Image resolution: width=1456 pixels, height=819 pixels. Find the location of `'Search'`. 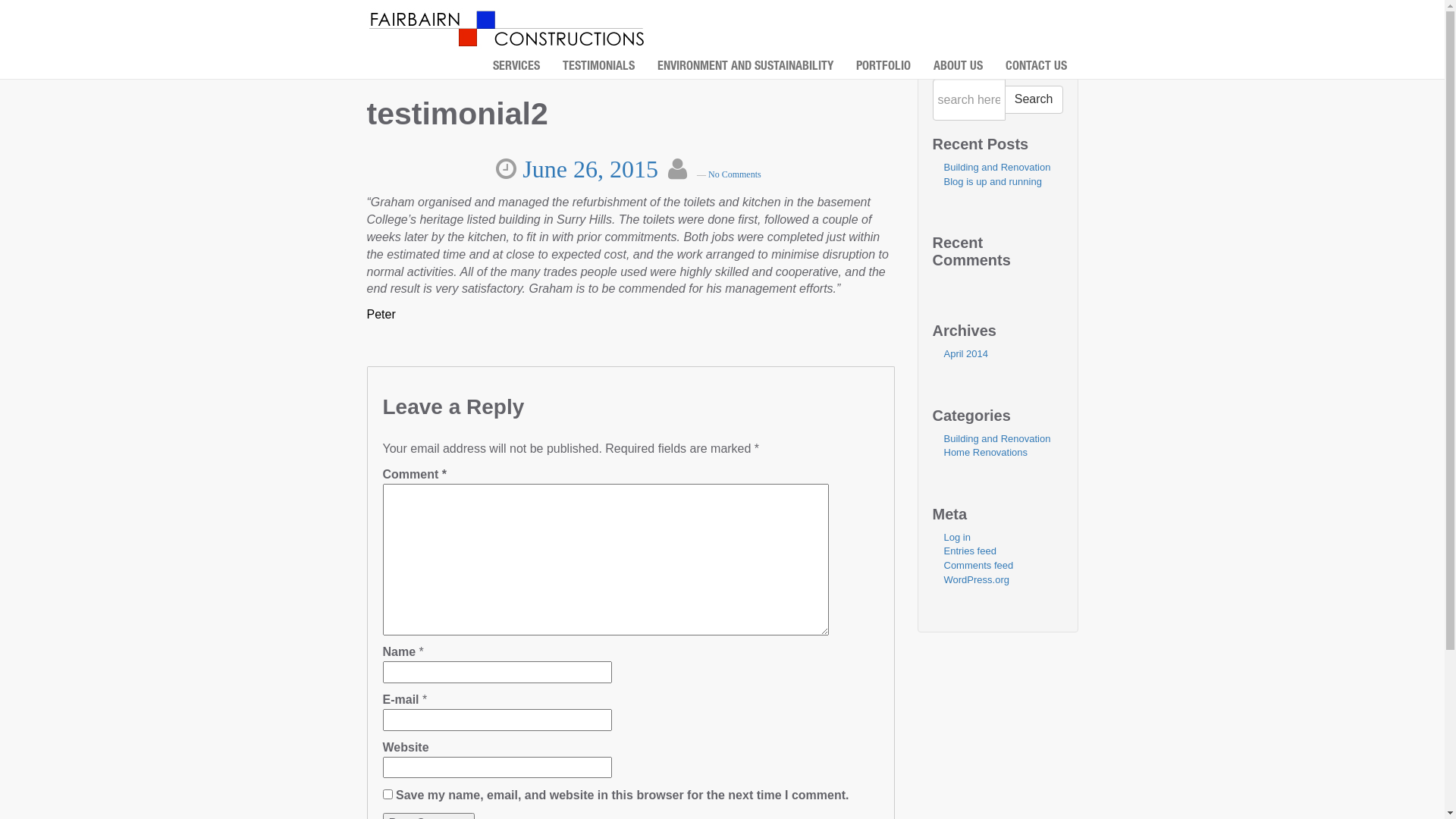

'Search' is located at coordinates (1033, 99).